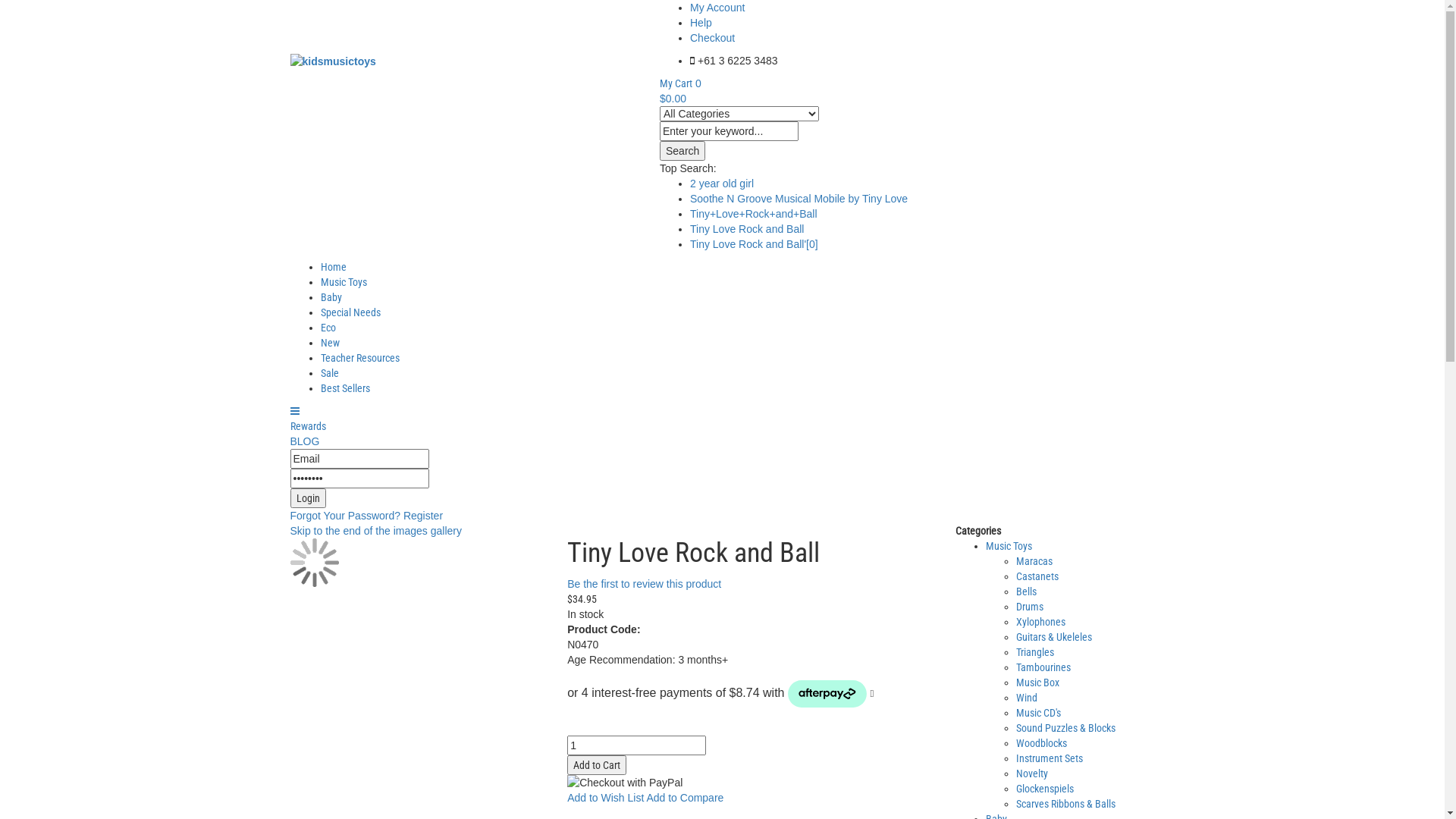 This screenshot has width=1456, height=819. I want to click on '2 year old girl', so click(720, 183).